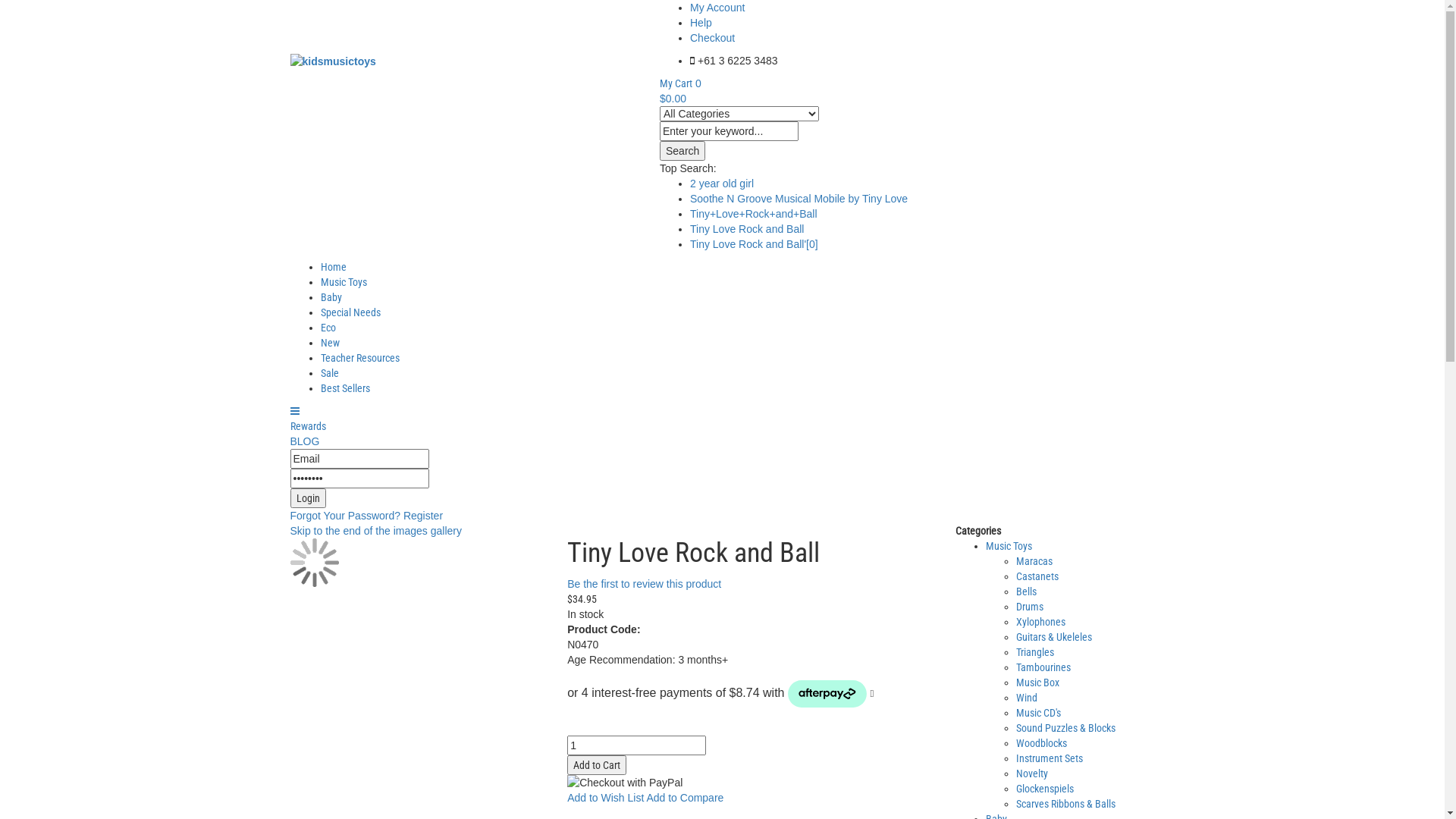 This screenshot has width=1456, height=819. I want to click on '2 year old girl', so click(720, 183).